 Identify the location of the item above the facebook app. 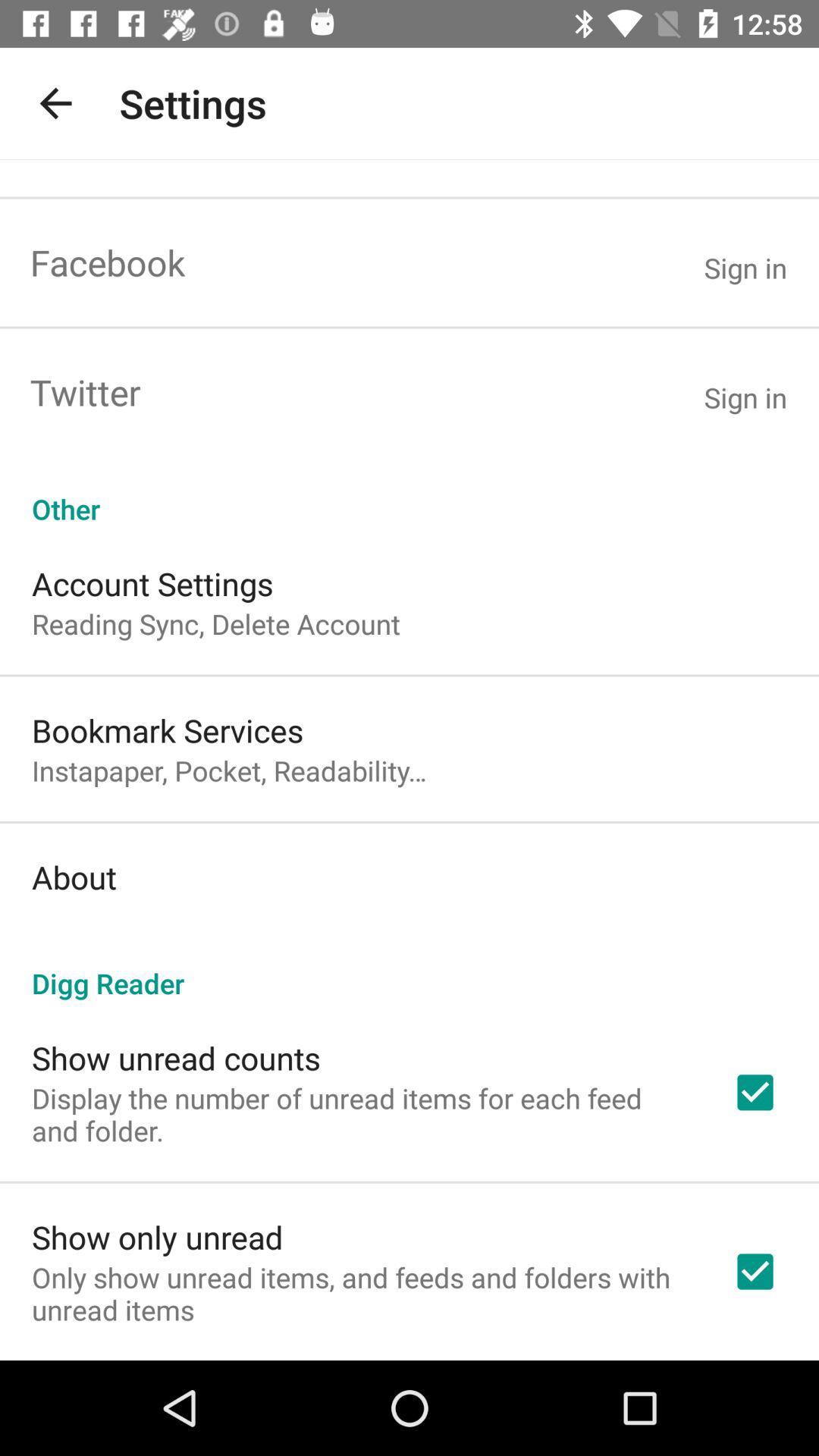
(55, 102).